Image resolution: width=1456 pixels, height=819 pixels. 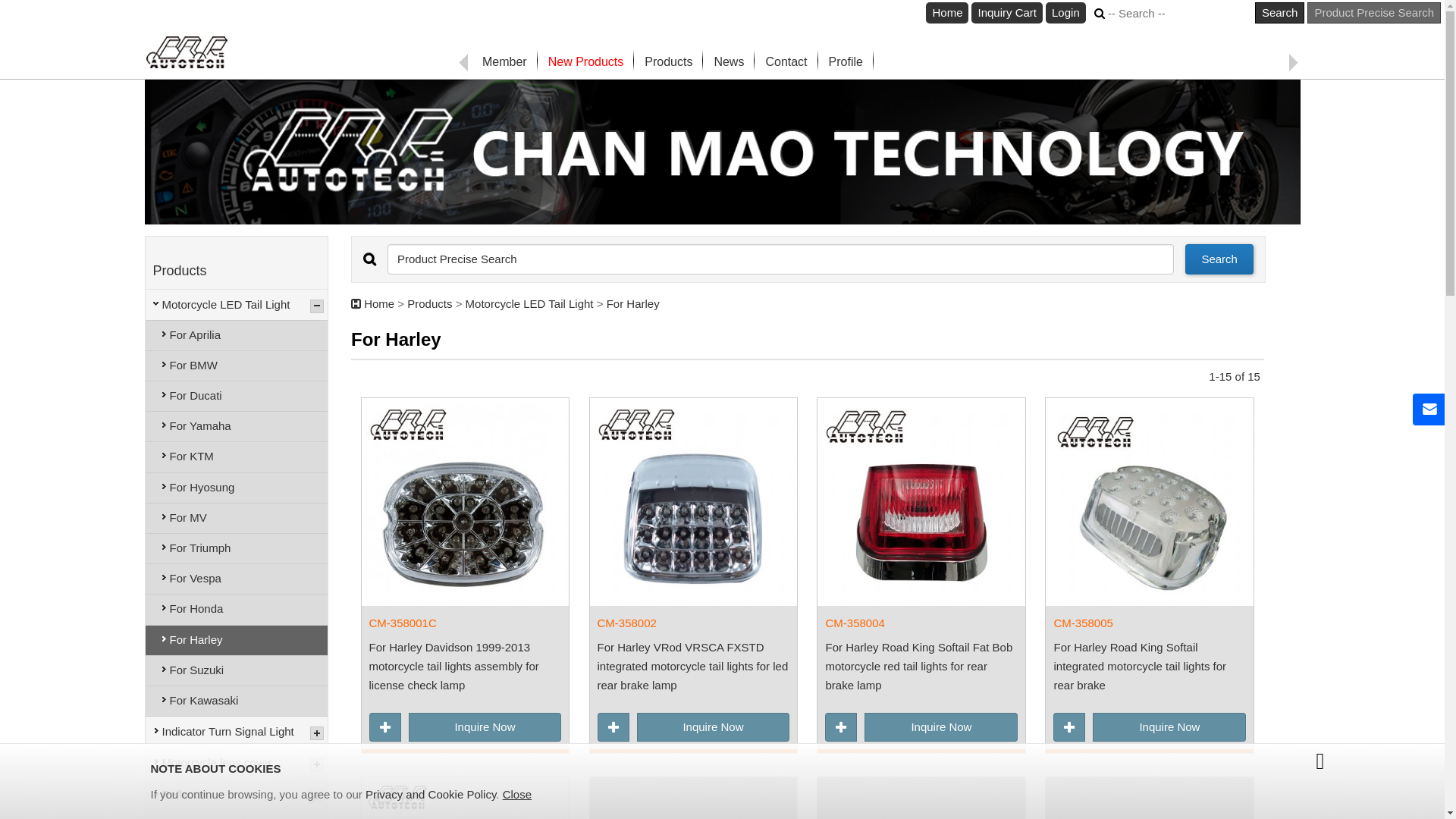 What do you see at coordinates (585, 61) in the screenshot?
I see `'New Products'` at bounding box center [585, 61].